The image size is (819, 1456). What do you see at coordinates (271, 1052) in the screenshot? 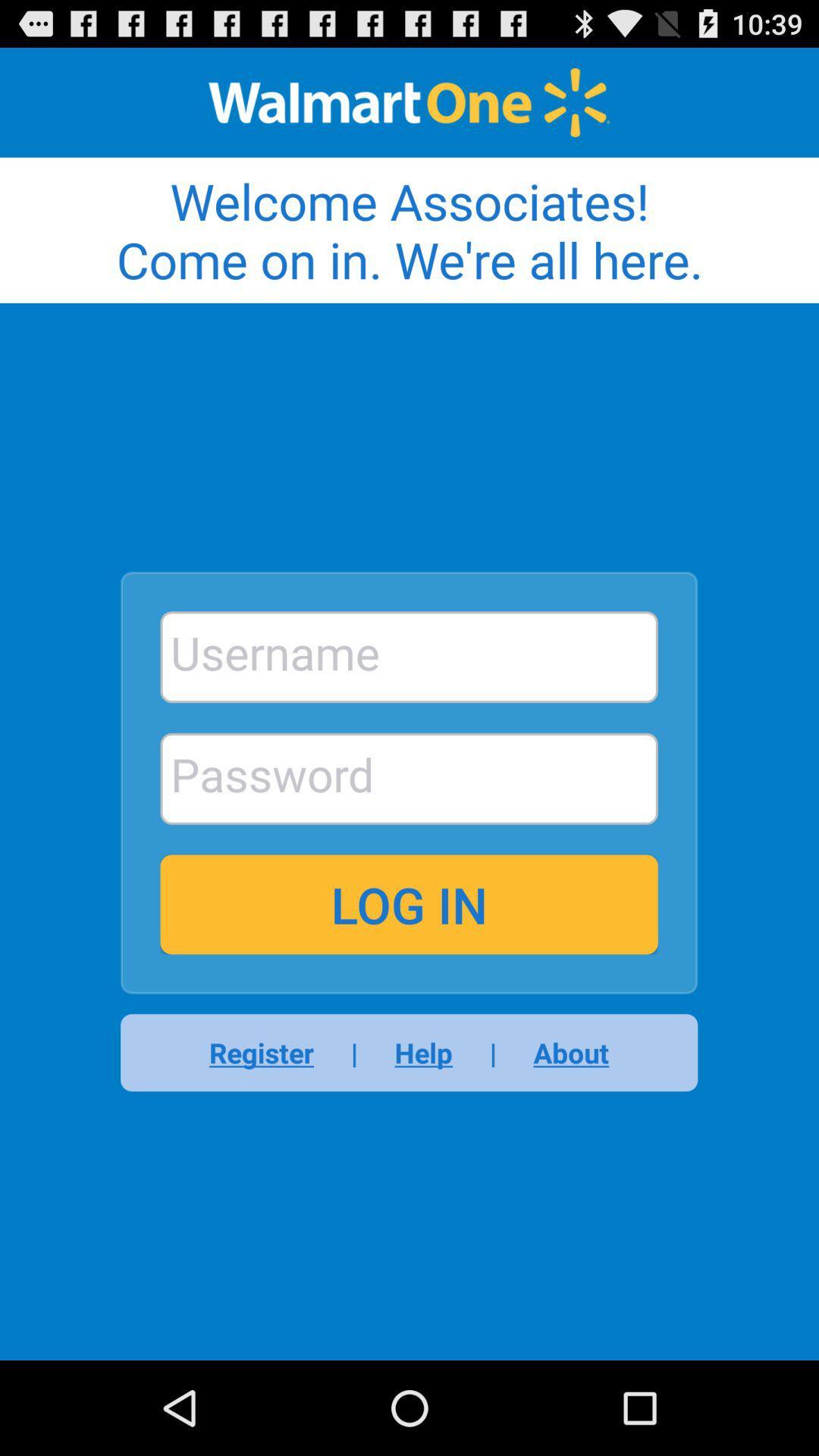
I see `the item below the log in` at bounding box center [271, 1052].